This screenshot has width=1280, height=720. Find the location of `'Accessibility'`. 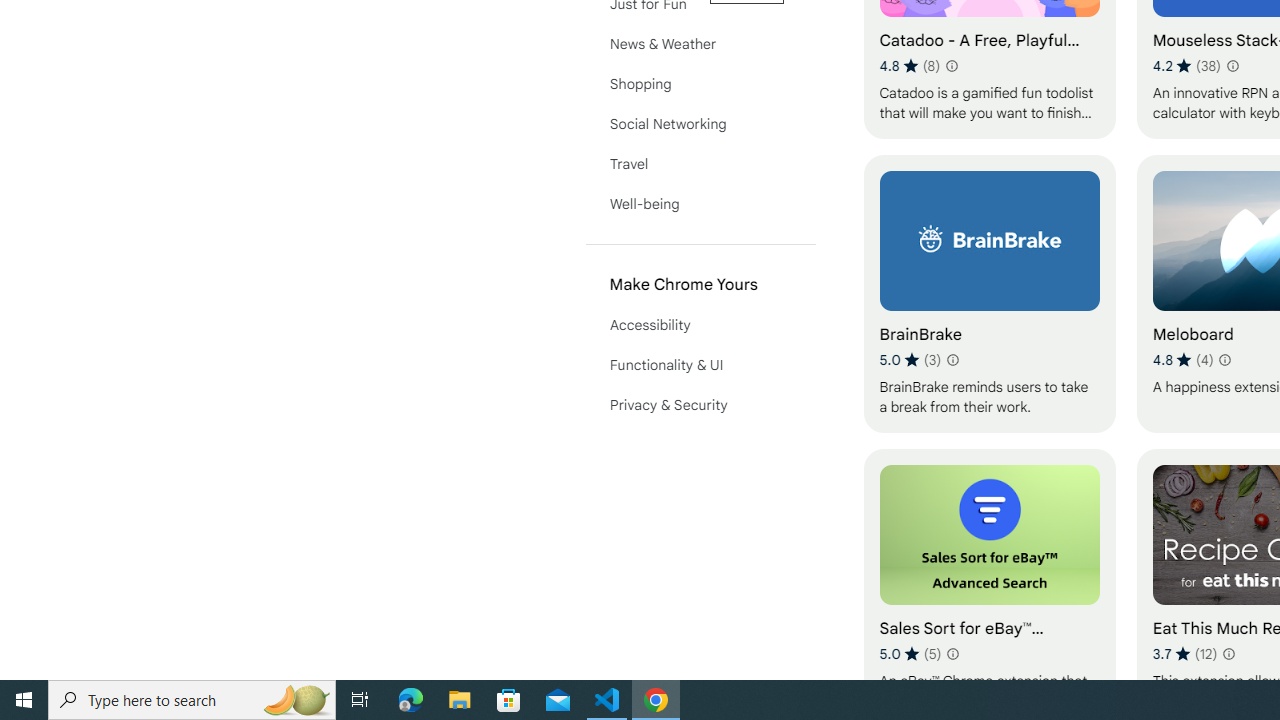

'Accessibility' is located at coordinates (700, 324).